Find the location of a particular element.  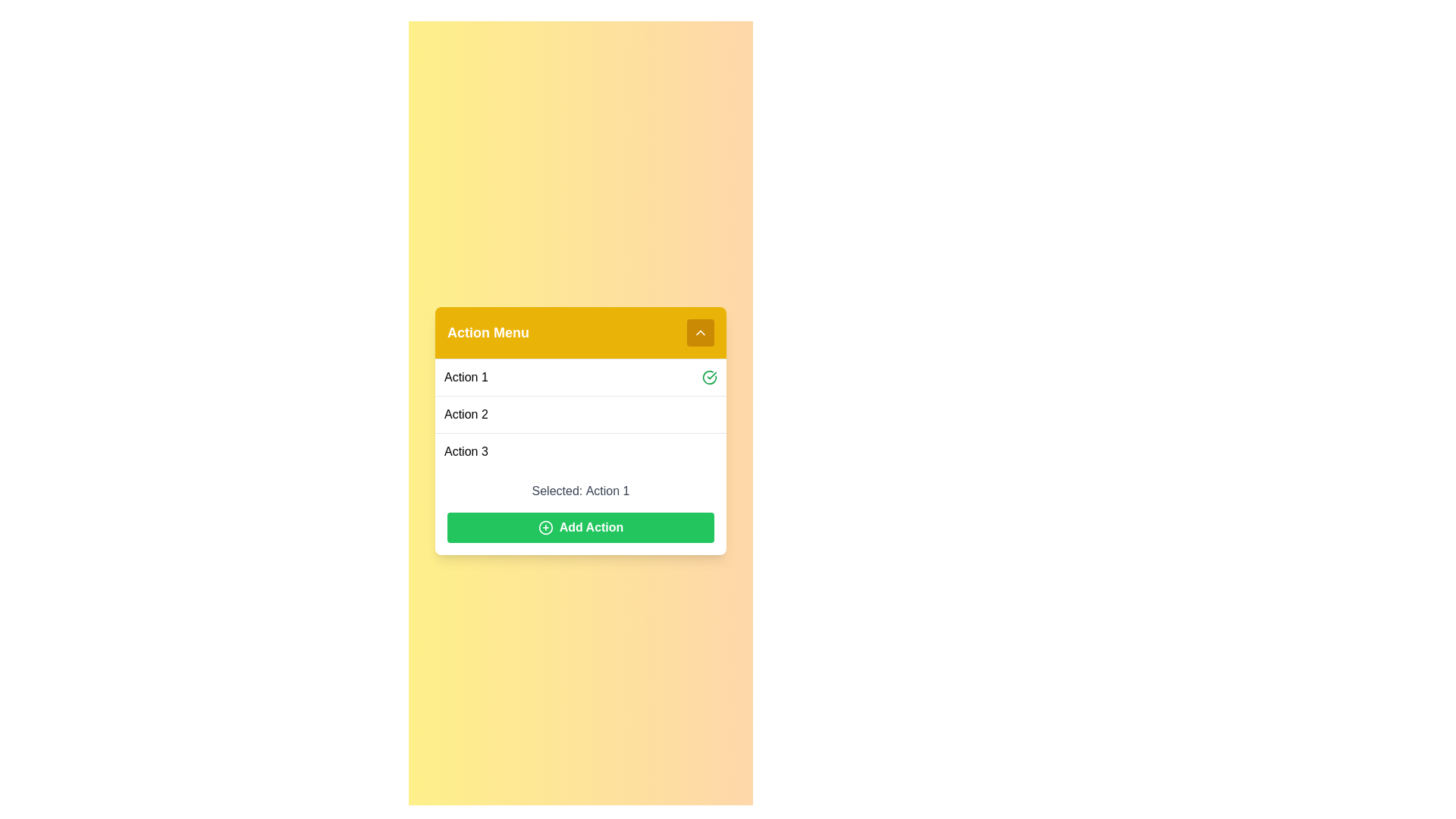

the third list item labeled 'Action 3', which is positioned at the bottom of the vertically stacked list is located at coordinates (580, 450).